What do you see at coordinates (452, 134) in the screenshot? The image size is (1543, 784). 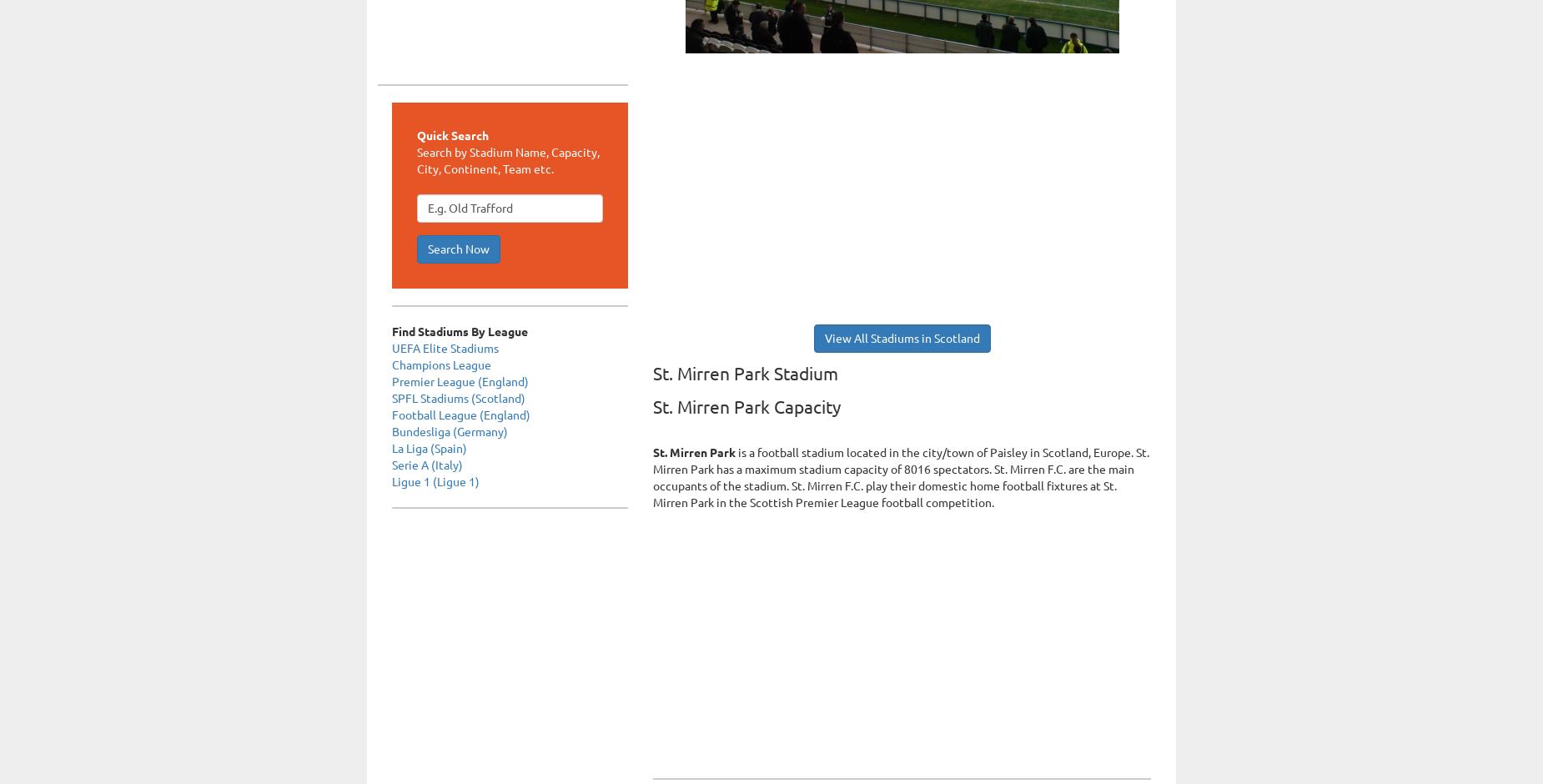 I see `'Quick Search'` at bounding box center [452, 134].